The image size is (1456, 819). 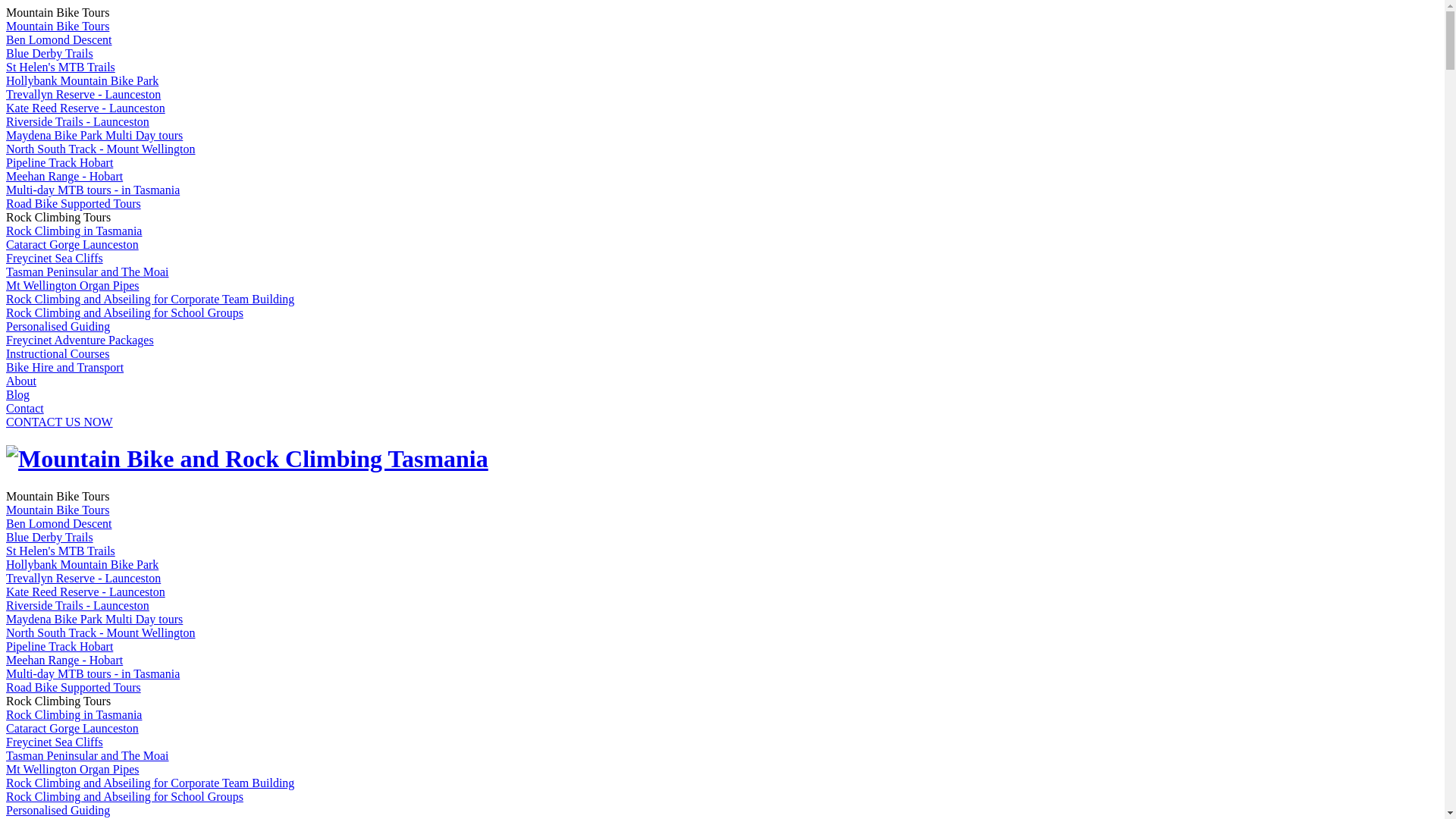 What do you see at coordinates (61, 66) in the screenshot?
I see `'St Helen's MTB Trails'` at bounding box center [61, 66].